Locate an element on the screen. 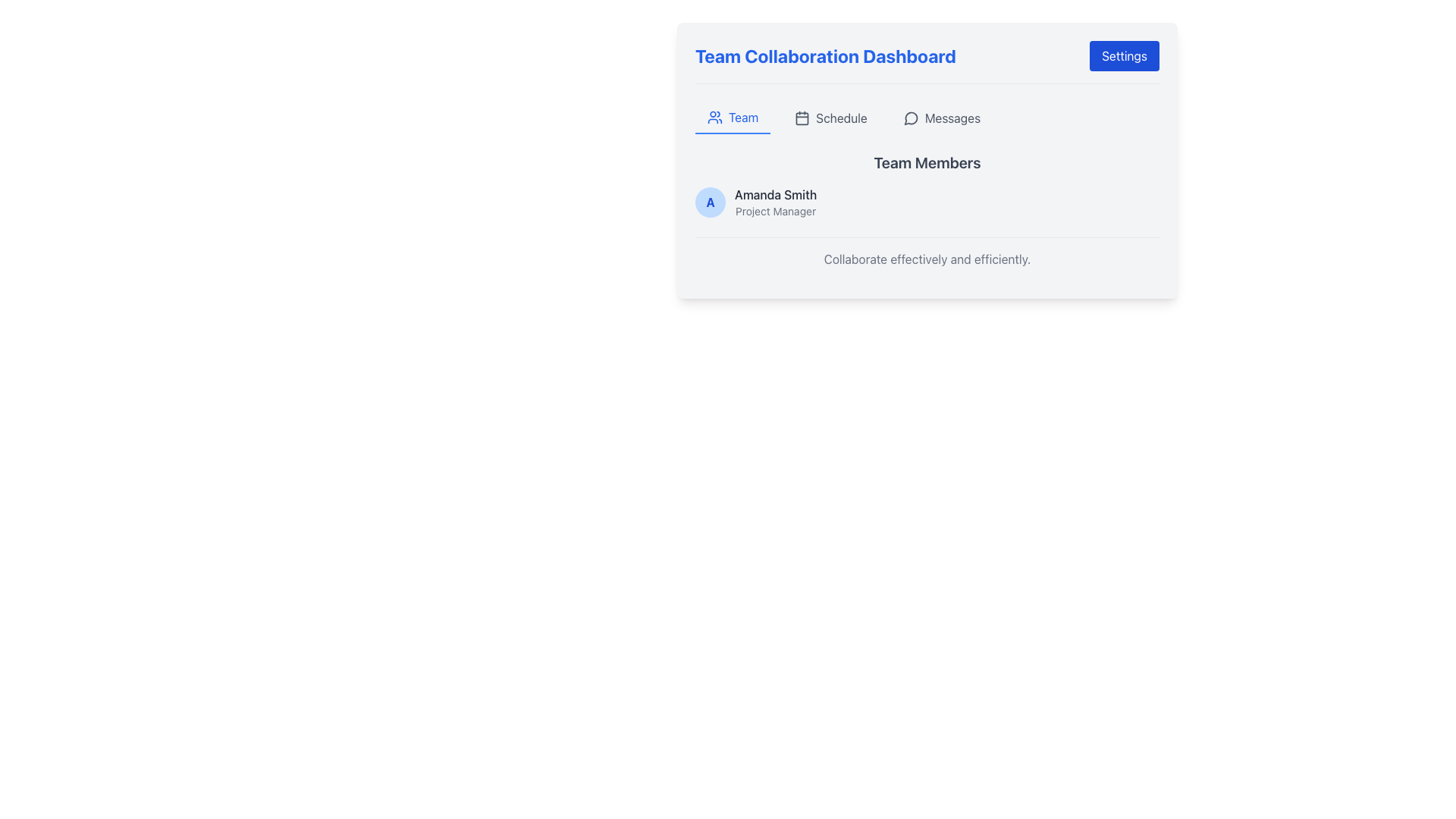 This screenshot has height=819, width=1456. the text component displaying 'Amanda Smith' and 'Project Manager' is located at coordinates (776, 201).